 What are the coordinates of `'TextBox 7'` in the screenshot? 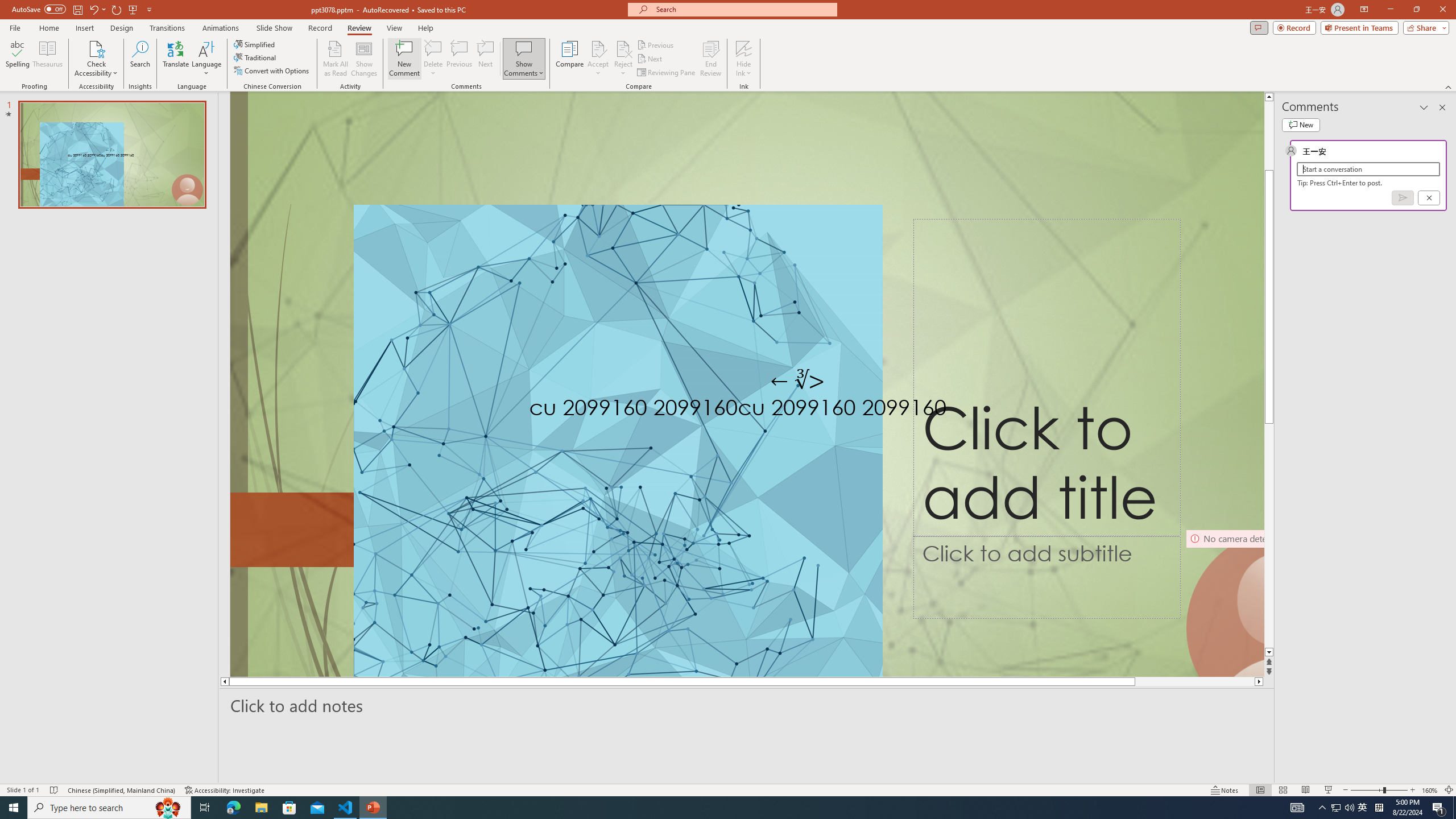 It's located at (797, 381).